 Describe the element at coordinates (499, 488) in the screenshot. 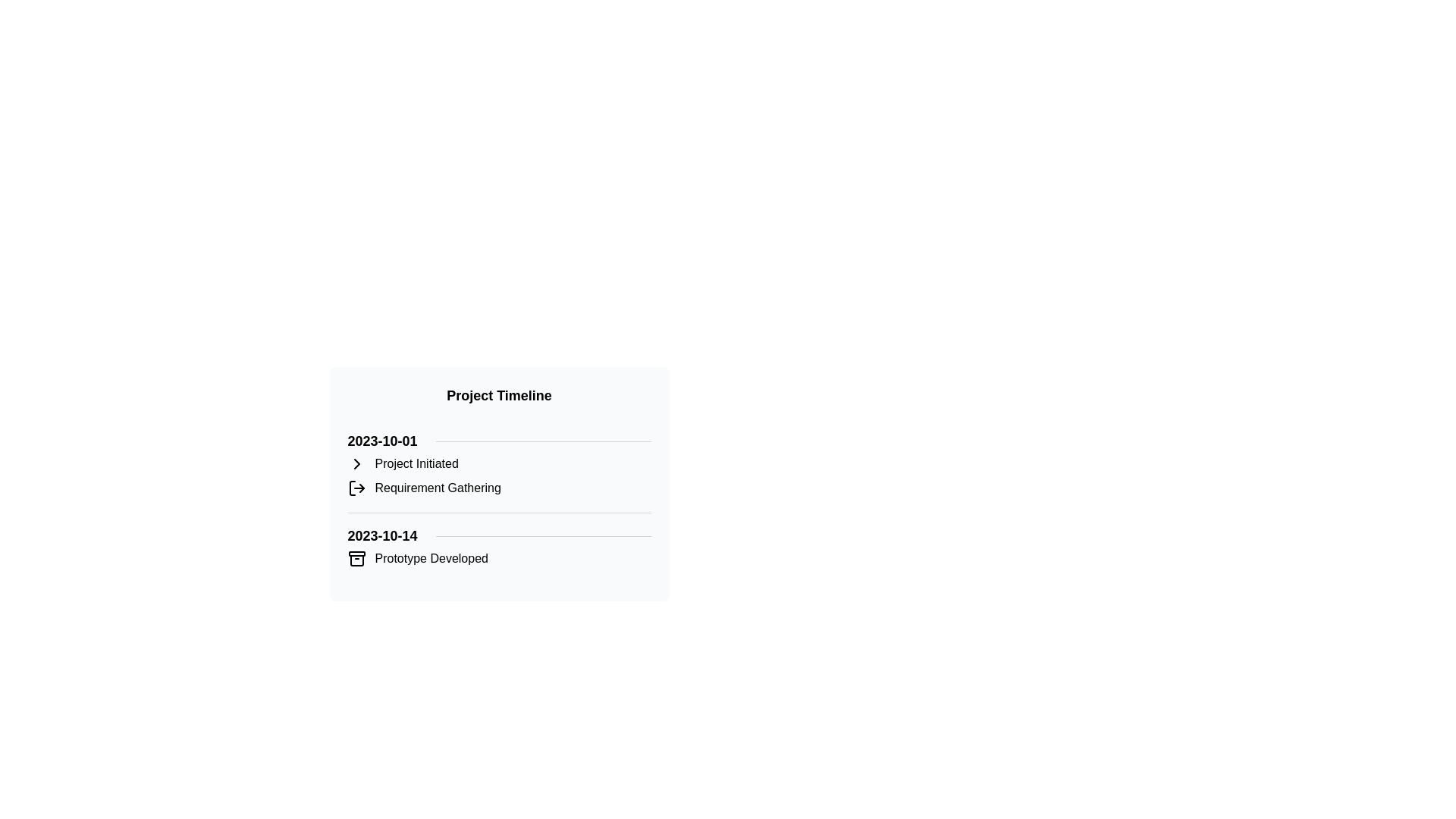

I see `the 'Requirement Gathering' list item` at that location.